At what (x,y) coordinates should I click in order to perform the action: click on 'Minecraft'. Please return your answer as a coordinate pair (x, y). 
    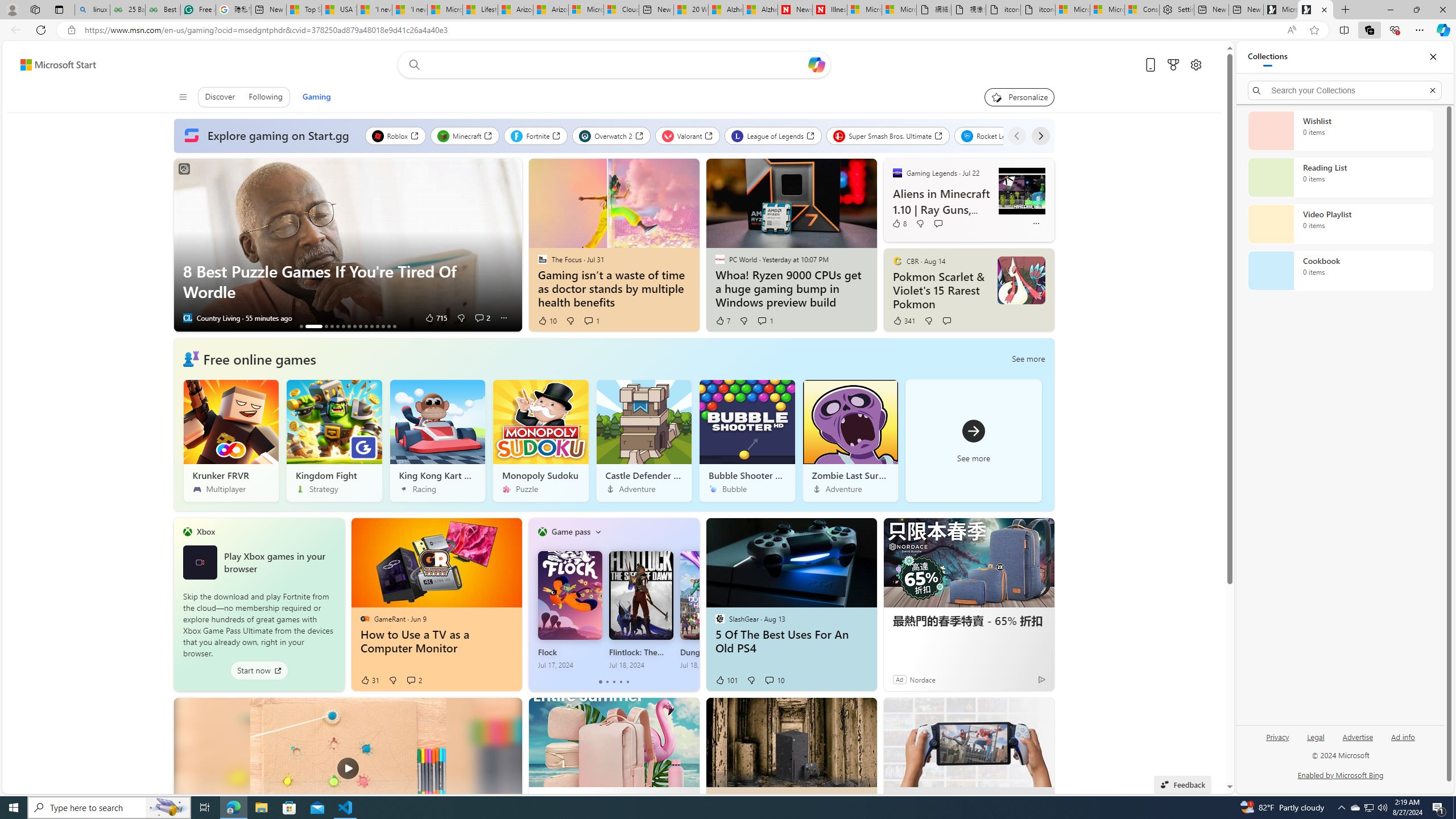
    Looking at the image, I should click on (464, 135).